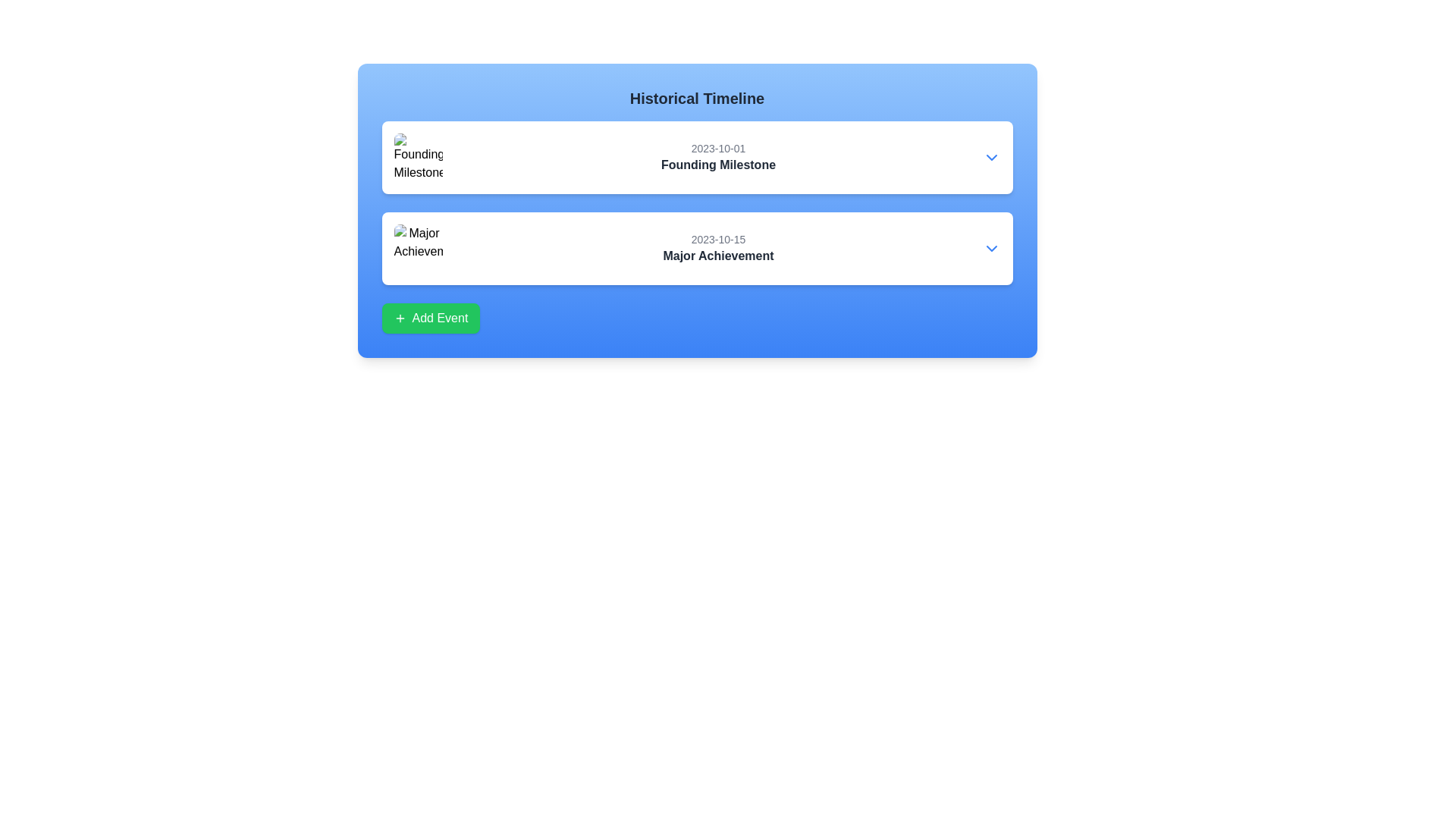 This screenshot has width=1456, height=819. Describe the element at coordinates (717, 149) in the screenshot. I see `the static text label displaying the date '2023-10-01', which is styled in gray and is part of the 'Founding Milestone' timeline interface` at that location.